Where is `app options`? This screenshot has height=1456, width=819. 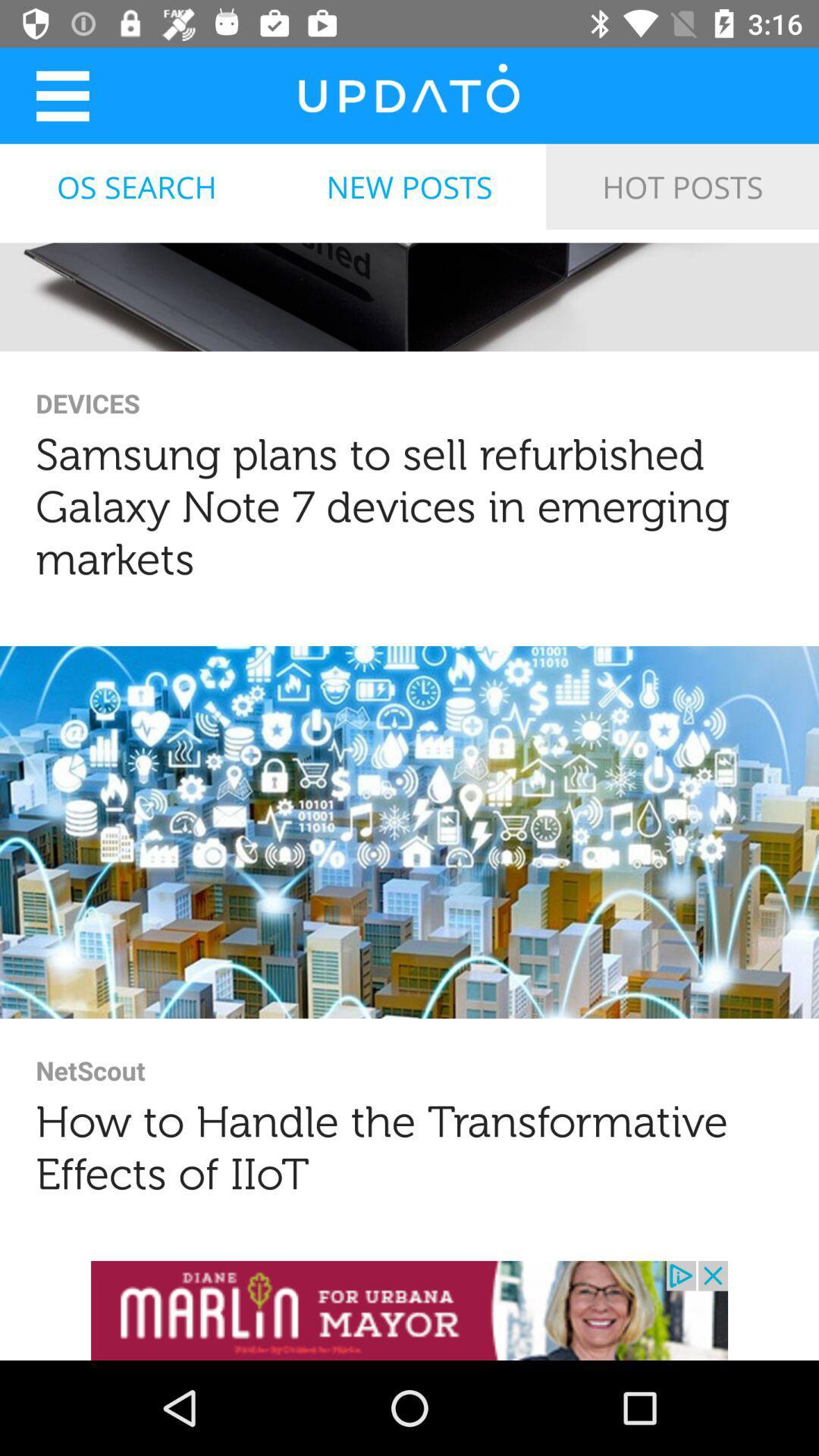 app options is located at coordinates (61, 95).